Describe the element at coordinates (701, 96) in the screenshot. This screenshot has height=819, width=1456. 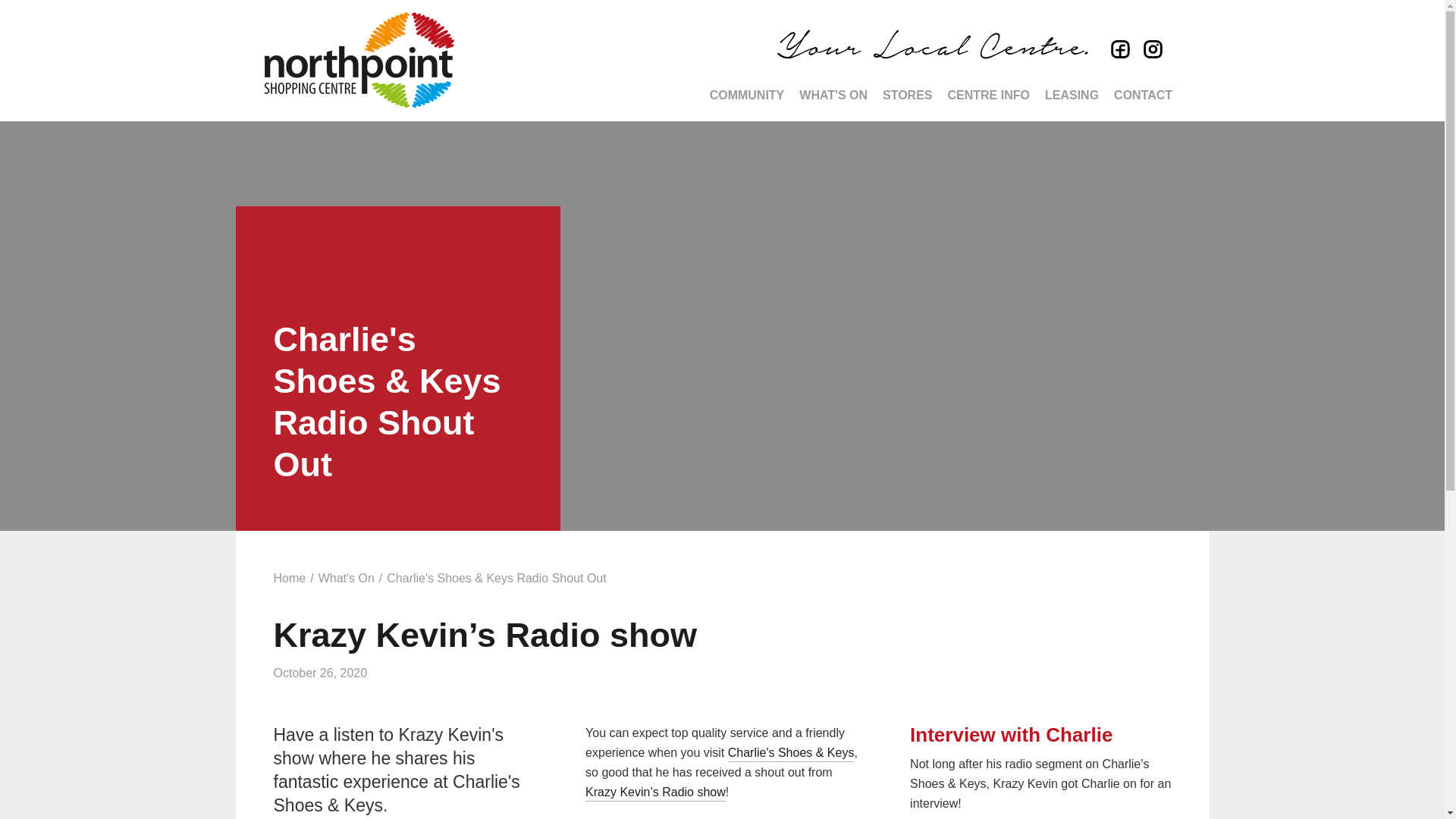
I see `'COMMUNITY'` at that location.